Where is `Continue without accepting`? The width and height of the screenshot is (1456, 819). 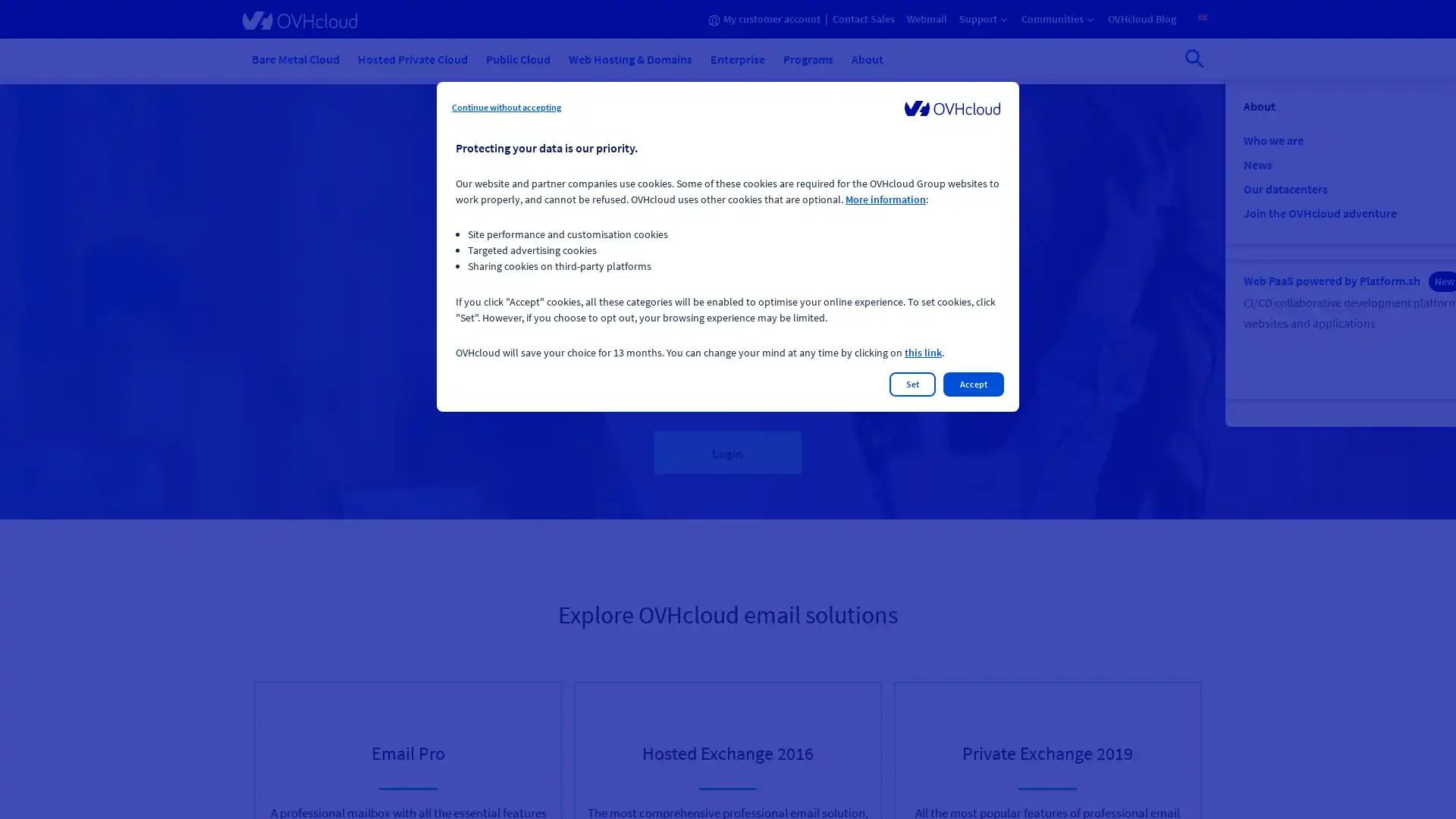
Continue without accepting is located at coordinates (506, 107).